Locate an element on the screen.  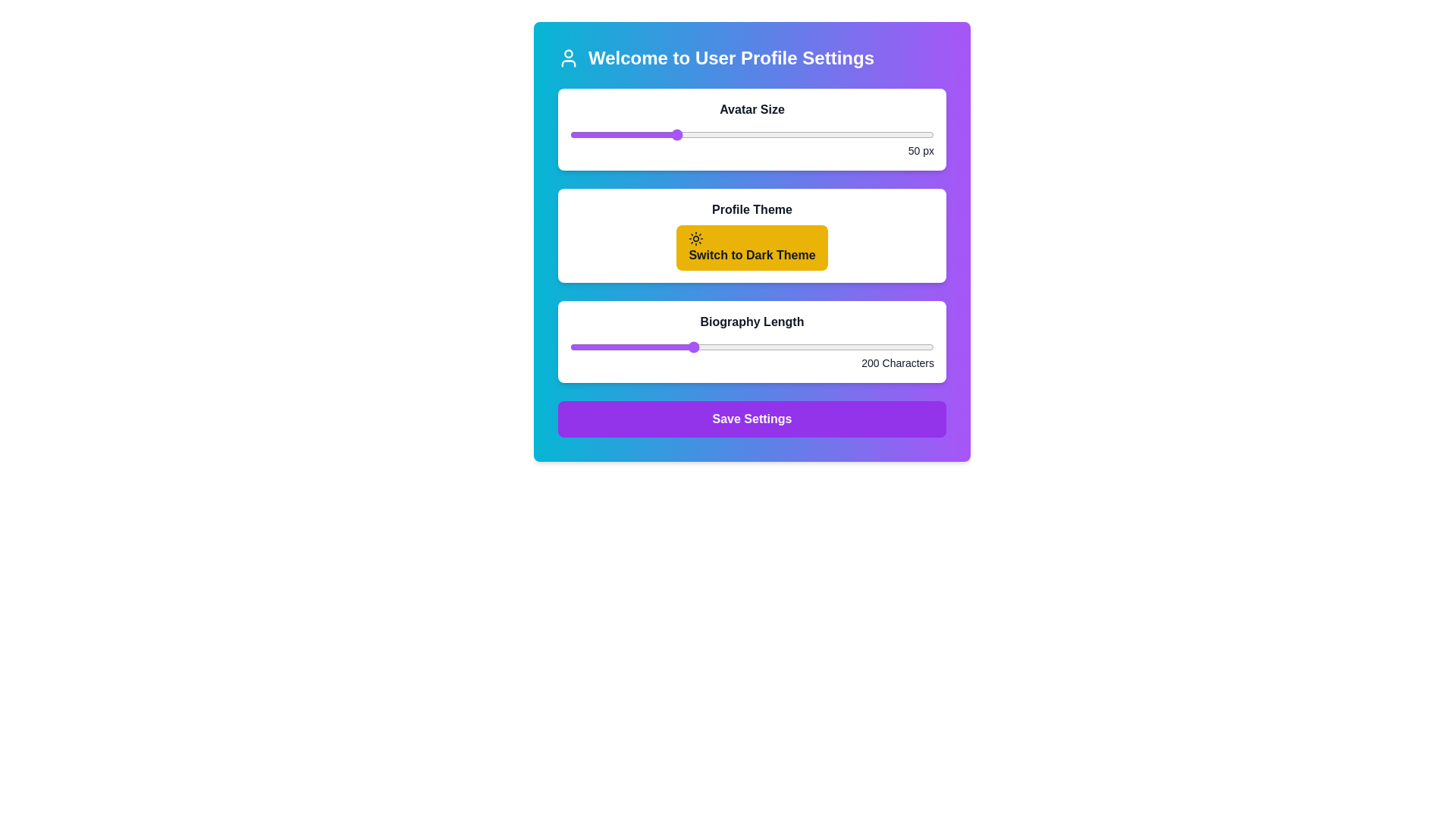
avatar size is located at coordinates (720, 133).